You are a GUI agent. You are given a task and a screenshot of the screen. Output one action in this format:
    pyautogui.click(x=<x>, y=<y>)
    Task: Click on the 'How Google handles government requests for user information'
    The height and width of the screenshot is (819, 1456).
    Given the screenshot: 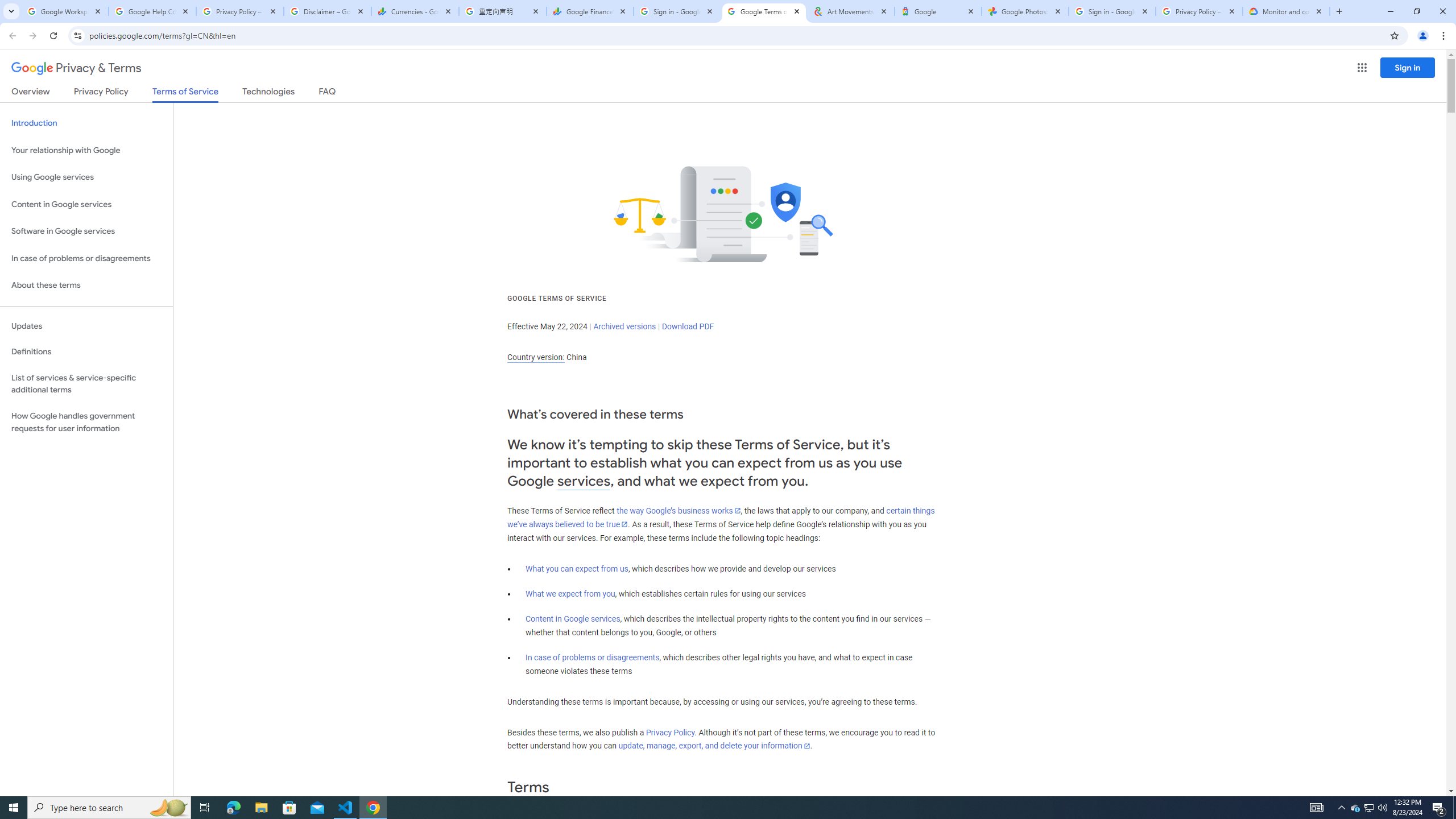 What is the action you would take?
    pyautogui.click(x=86, y=422)
    